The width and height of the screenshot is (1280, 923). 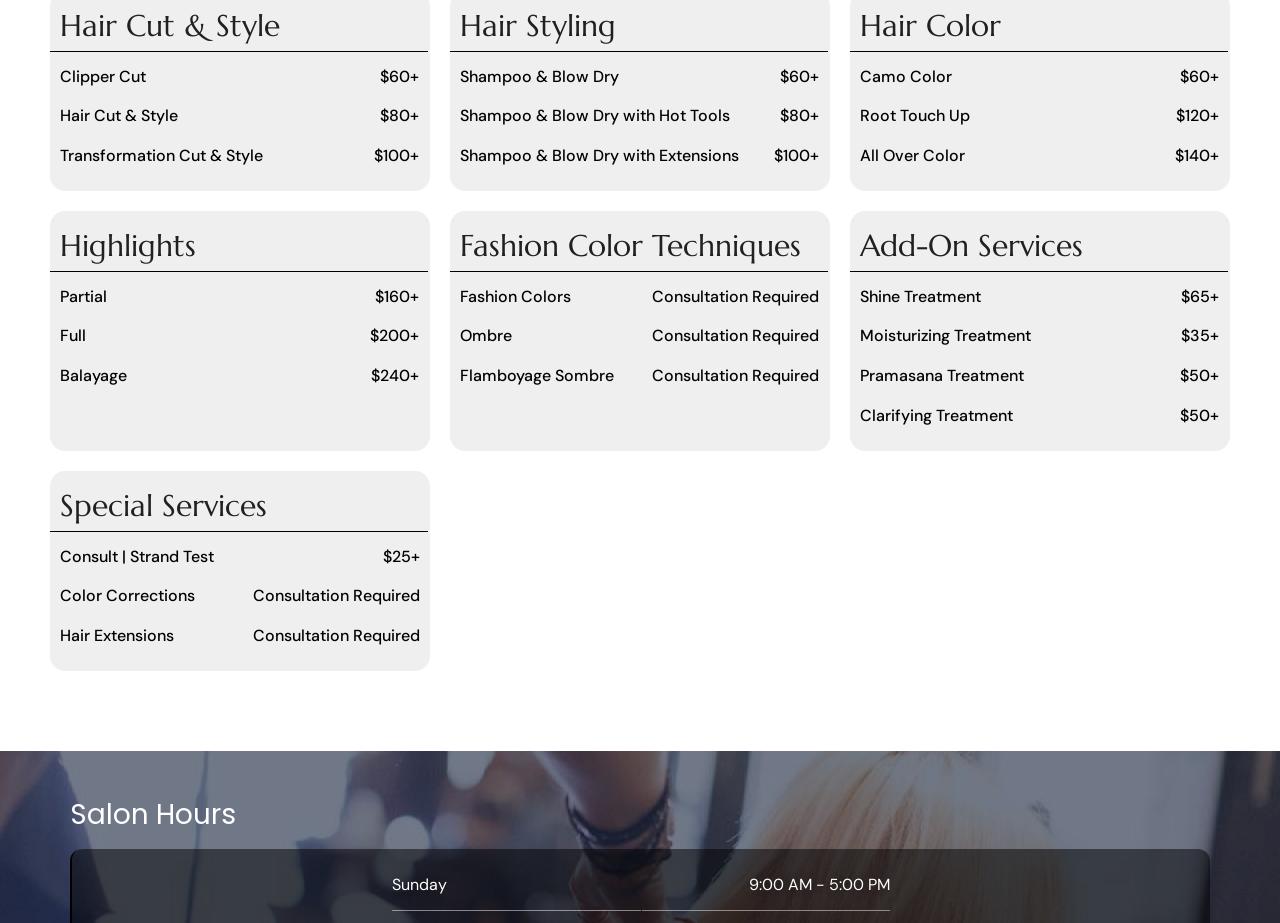 What do you see at coordinates (1180, 335) in the screenshot?
I see `'$35+'` at bounding box center [1180, 335].